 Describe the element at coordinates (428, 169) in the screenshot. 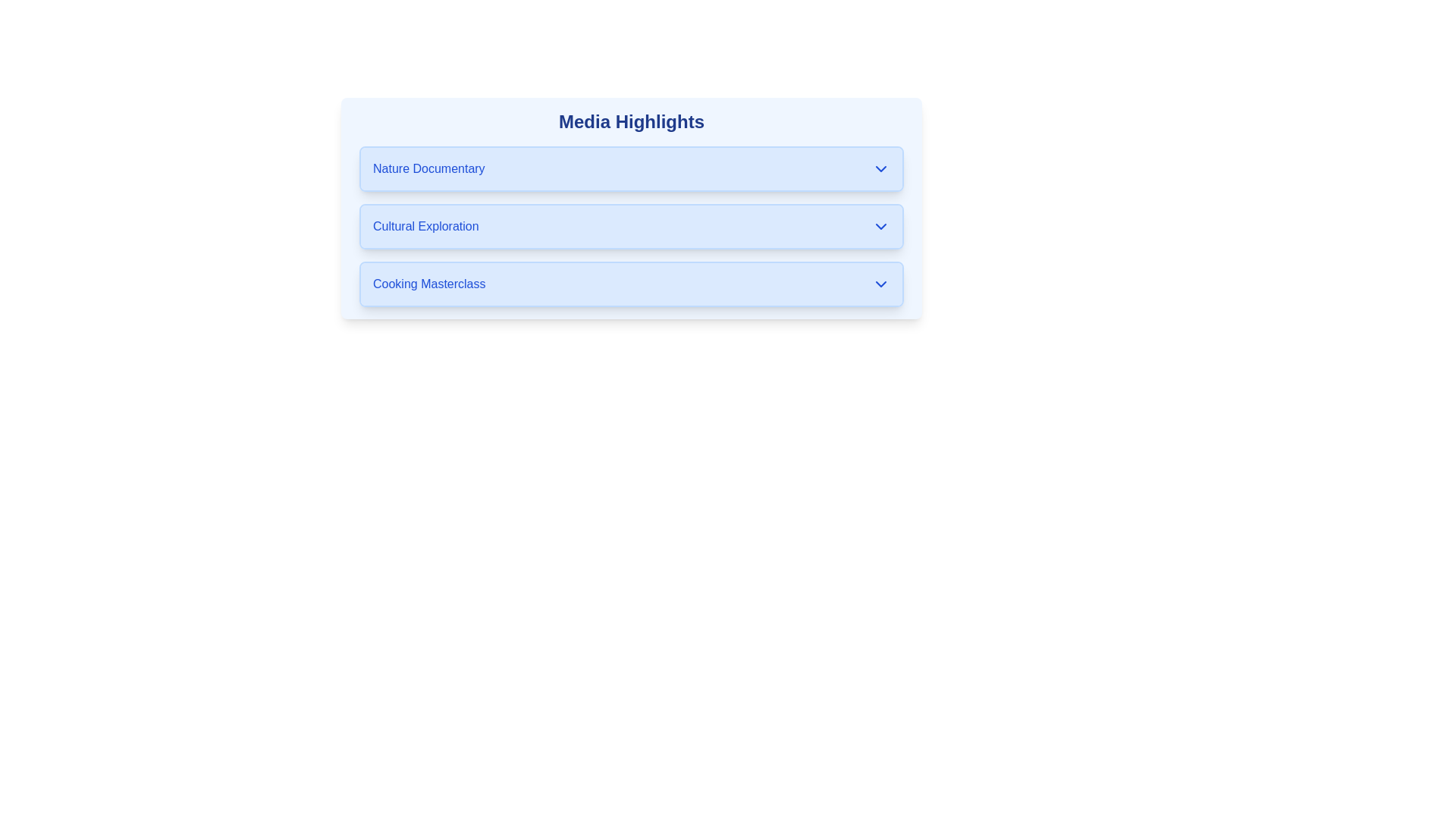

I see `the 'Nature Documentary' label, which is a blue text label with medium weight font, positioned at the top of the theme panels` at that location.